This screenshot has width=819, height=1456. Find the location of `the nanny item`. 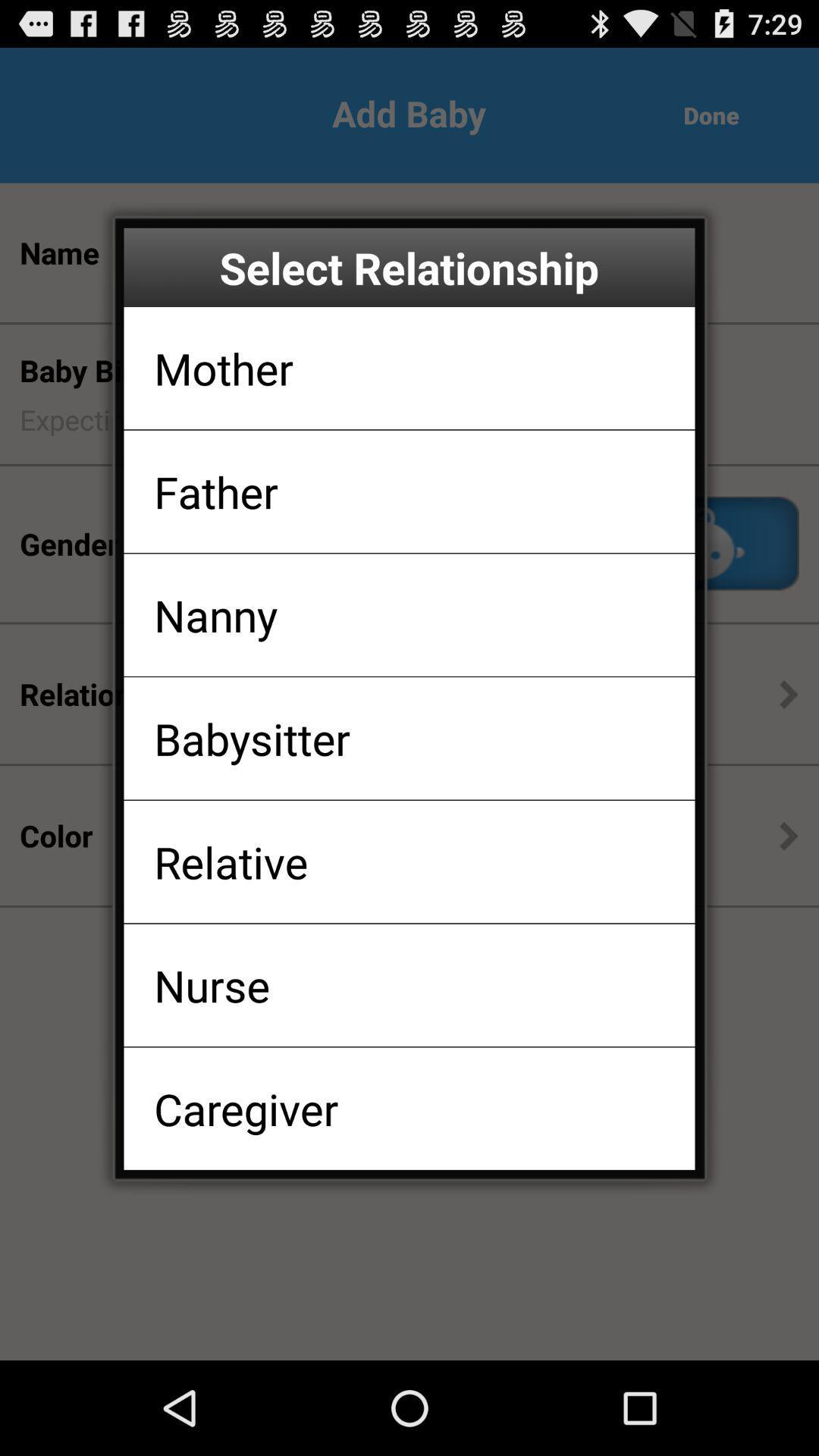

the nanny item is located at coordinates (215, 615).